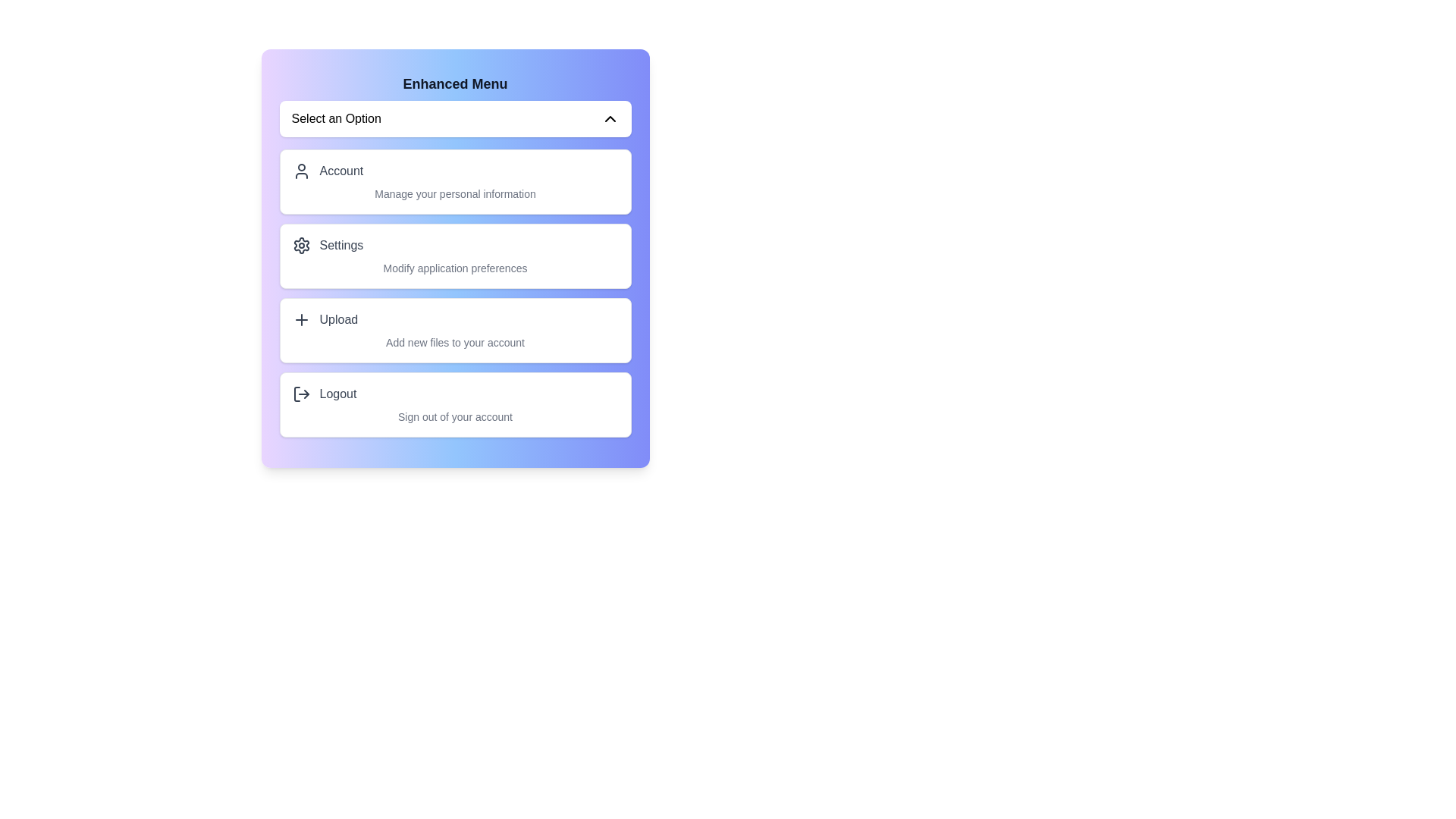 This screenshot has height=819, width=1456. What do you see at coordinates (454, 84) in the screenshot?
I see `the 'Enhanced Menu' header to engage with it` at bounding box center [454, 84].